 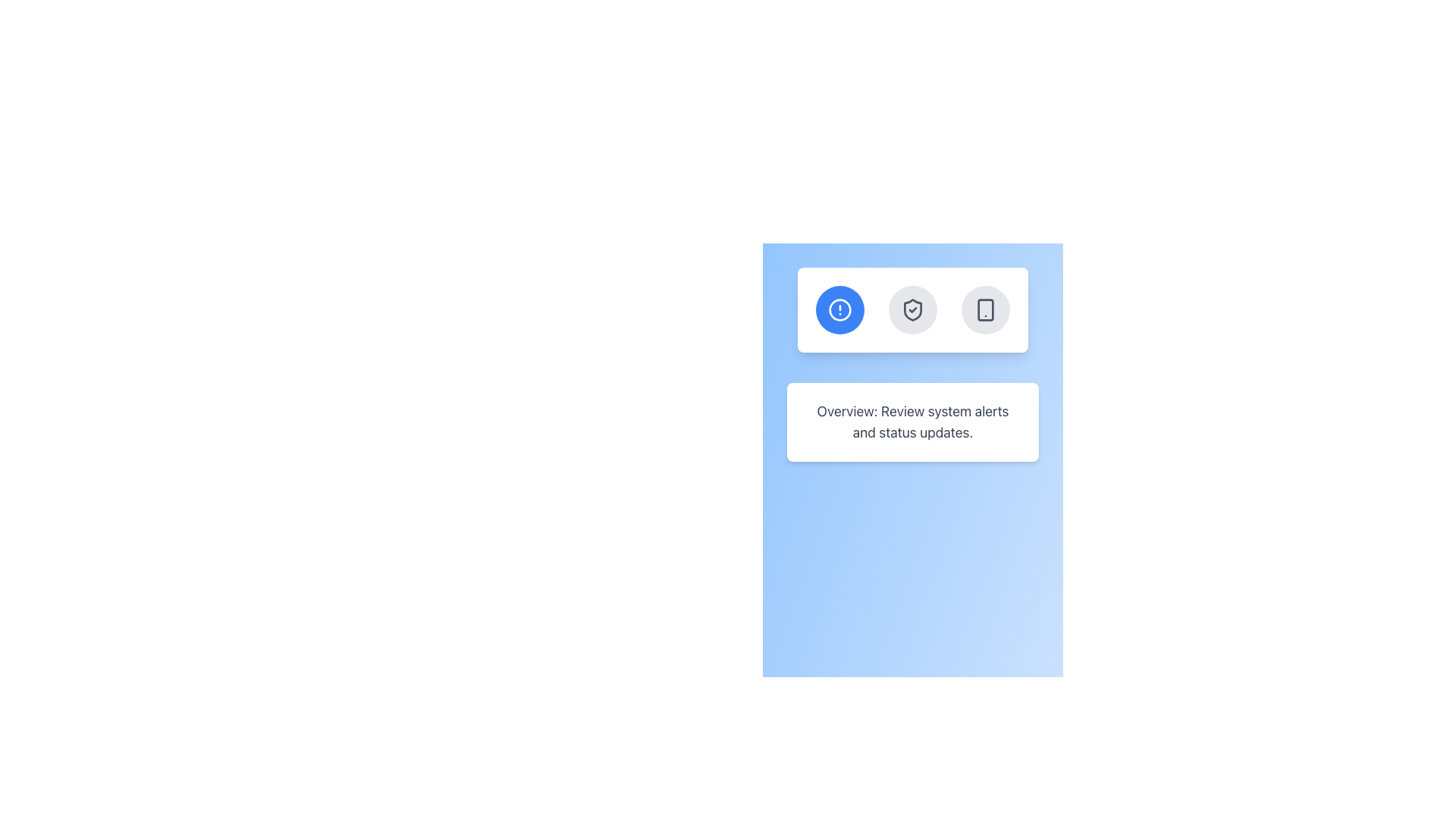 I want to click on the smartphone icon located in the rightmost group of three circular icons at the top section of the interface, specifically the third icon positioned to the right of the shield icon, so click(x=986, y=309).